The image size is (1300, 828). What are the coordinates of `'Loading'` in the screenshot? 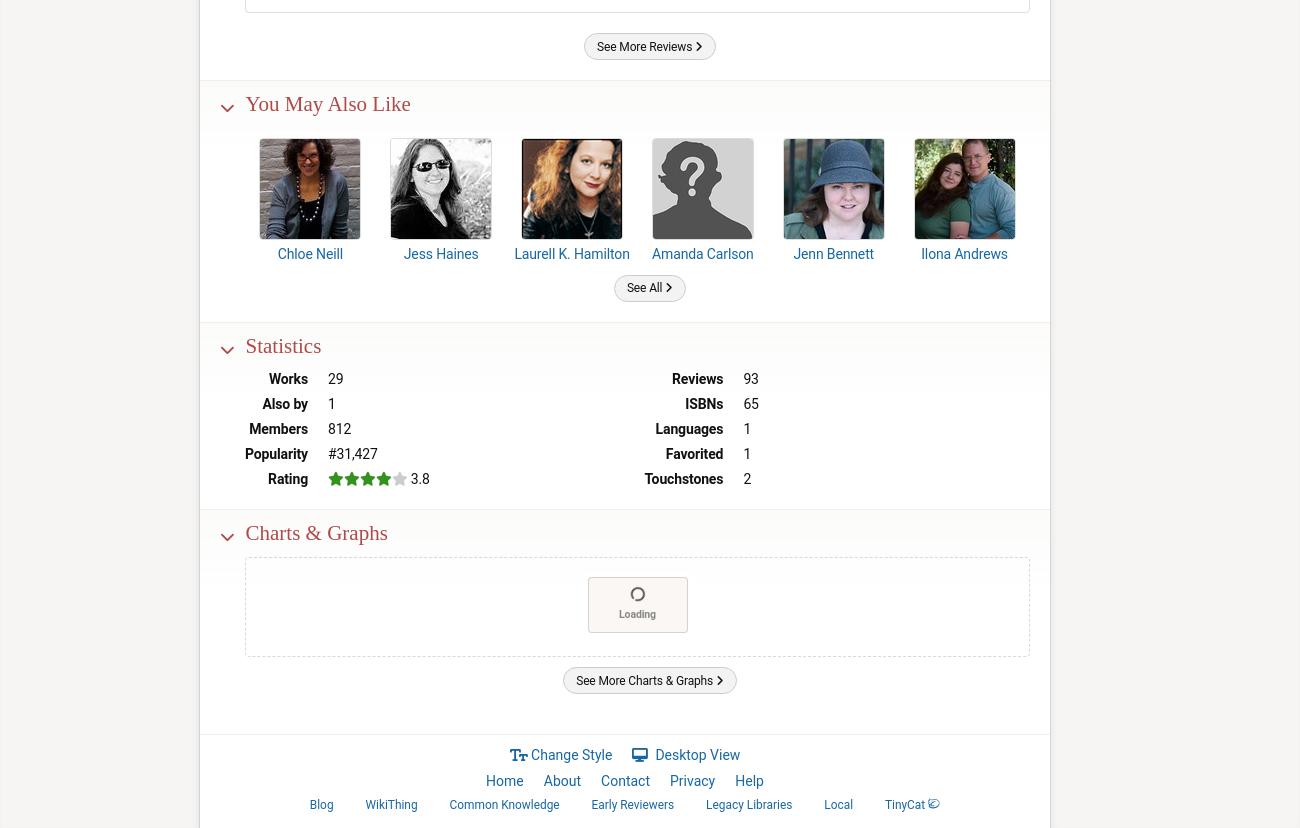 It's located at (637, 612).